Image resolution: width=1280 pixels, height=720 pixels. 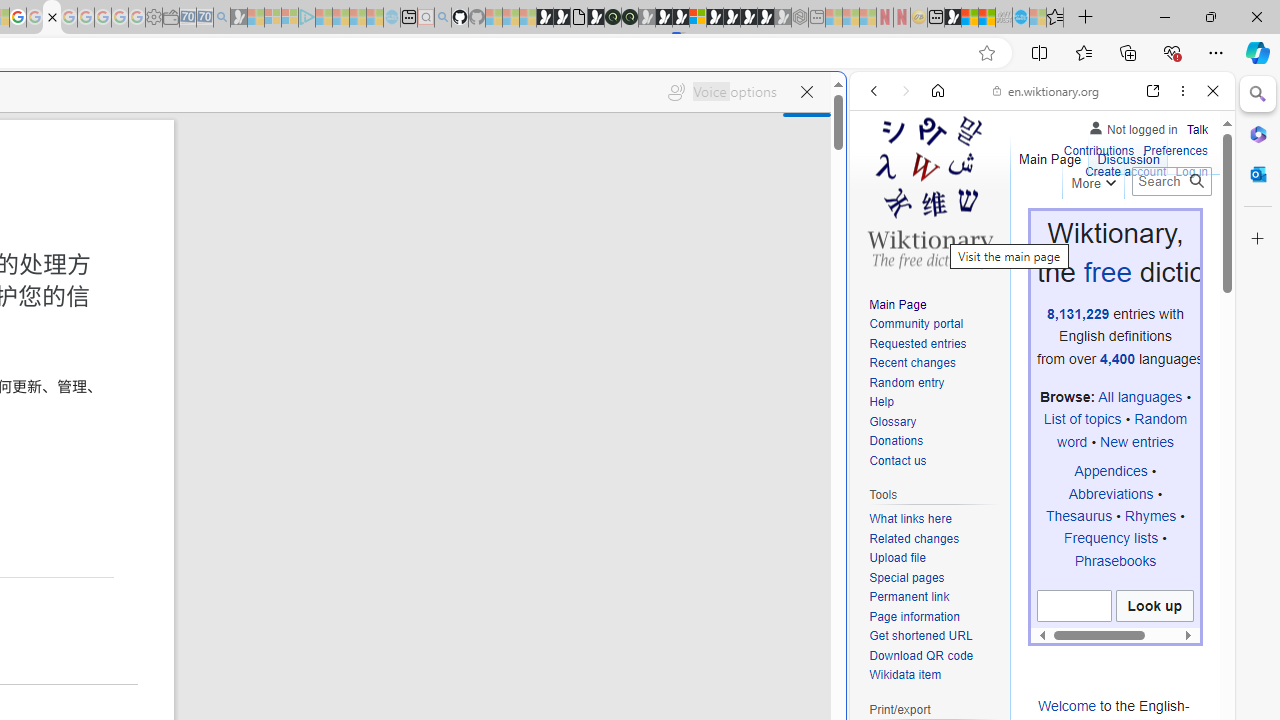 What do you see at coordinates (934, 383) in the screenshot?
I see `'Random entry'` at bounding box center [934, 383].